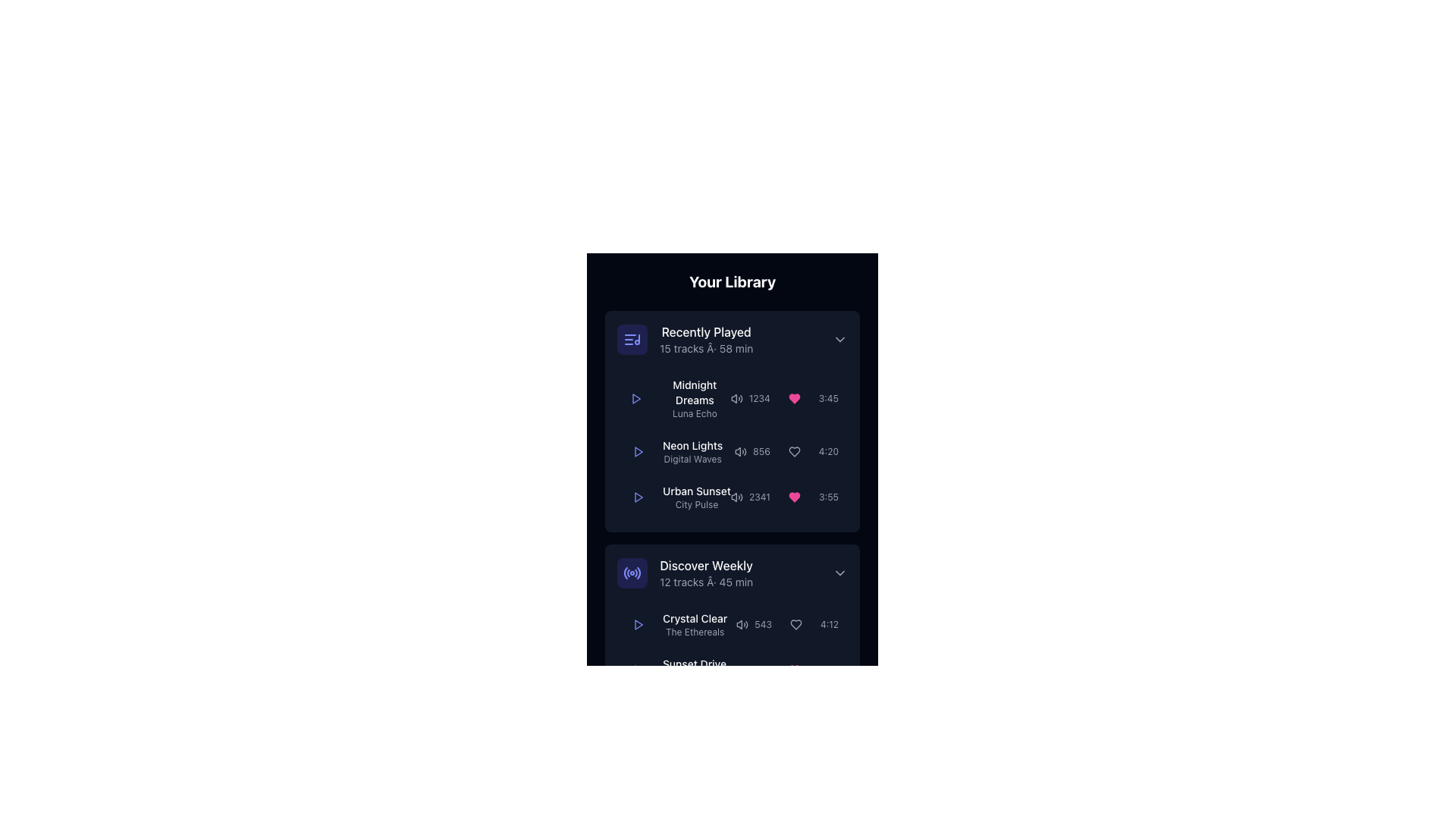 Image resolution: width=1456 pixels, height=819 pixels. Describe the element at coordinates (632, 573) in the screenshot. I see `the broadcasting icon located near the top-left corner of the 'Discover Weekly' section` at that location.